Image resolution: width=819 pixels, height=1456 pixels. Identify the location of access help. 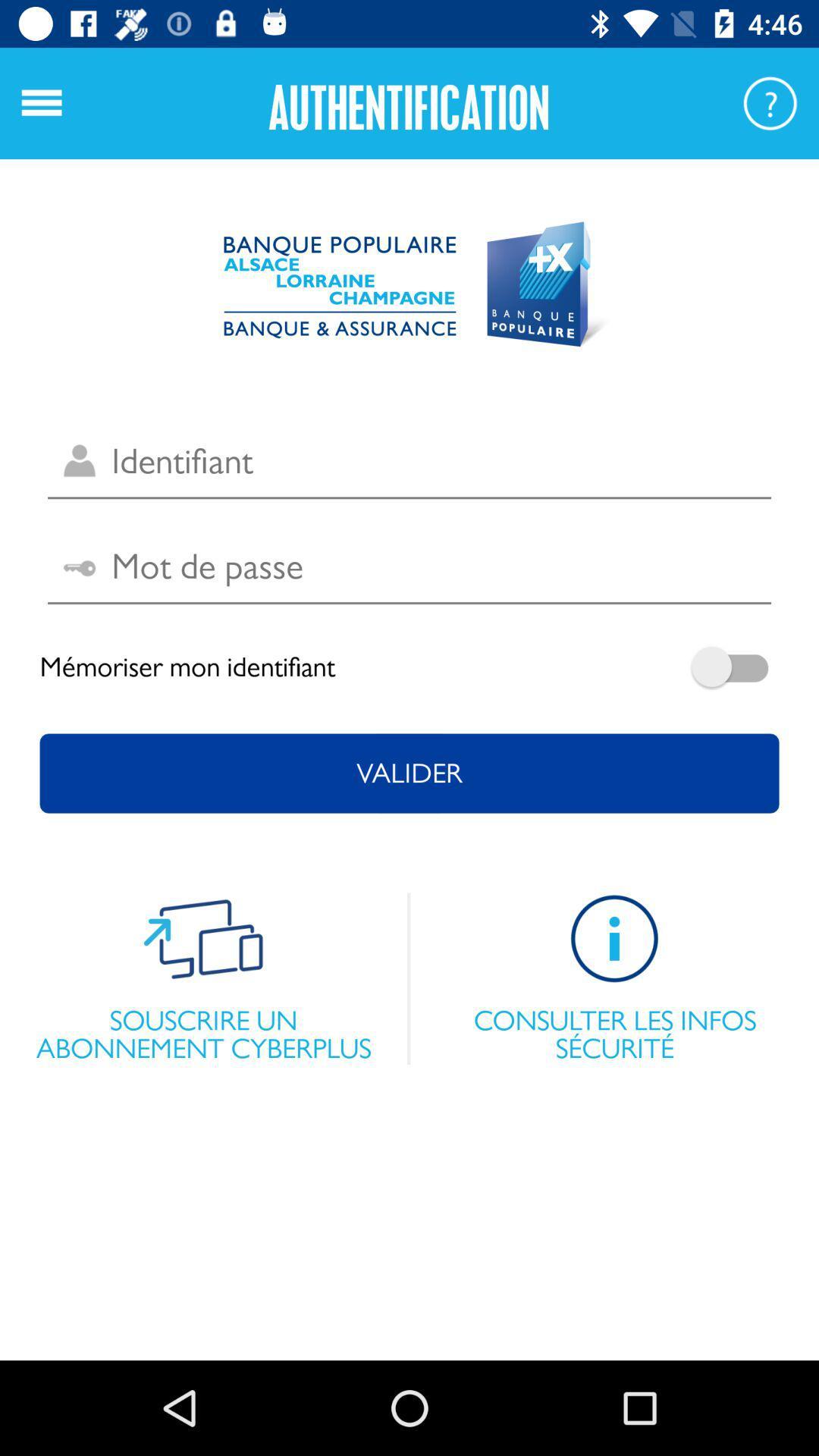
(770, 102).